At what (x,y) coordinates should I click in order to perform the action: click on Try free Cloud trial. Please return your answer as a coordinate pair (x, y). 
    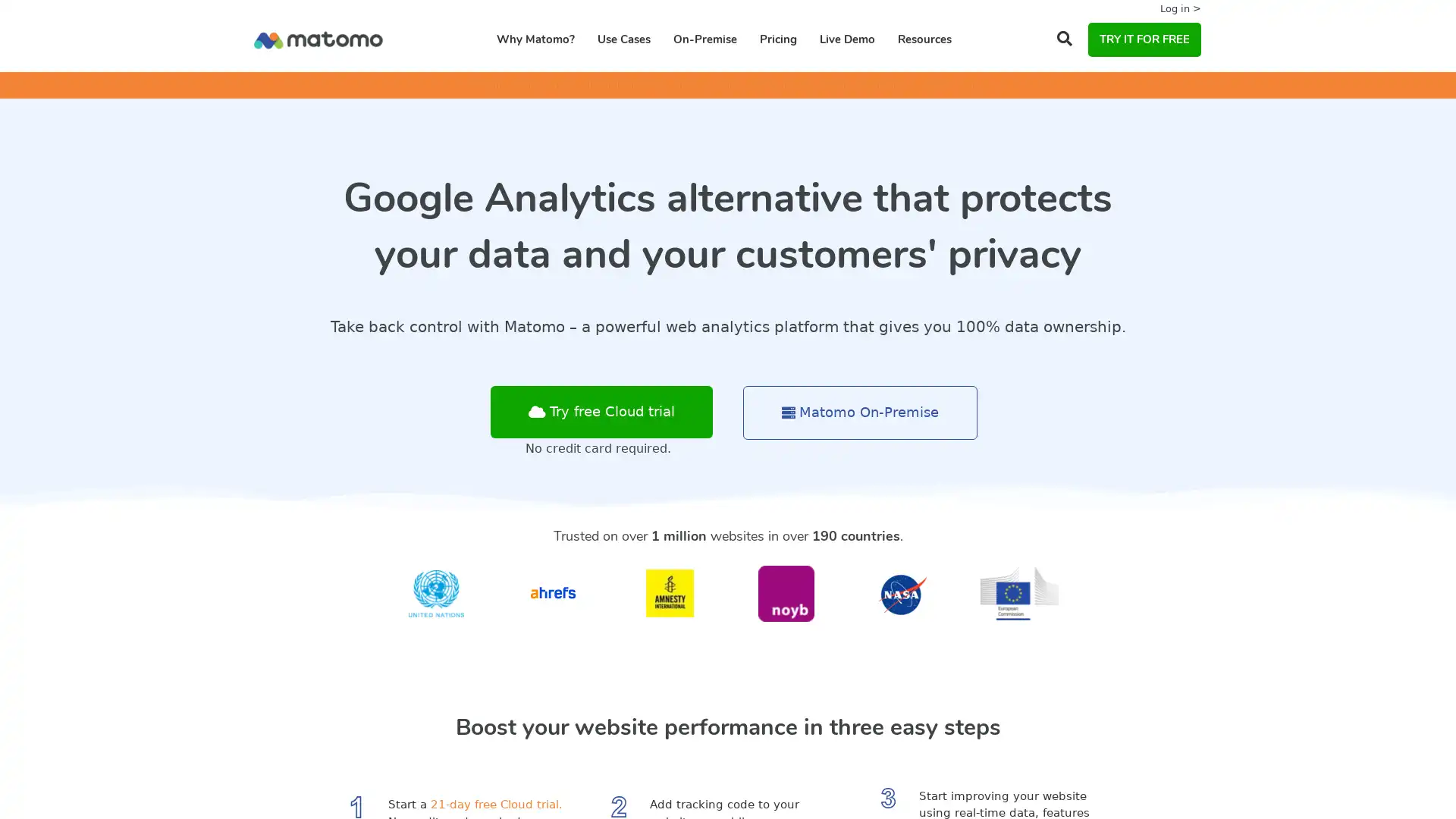
    Looking at the image, I should click on (601, 412).